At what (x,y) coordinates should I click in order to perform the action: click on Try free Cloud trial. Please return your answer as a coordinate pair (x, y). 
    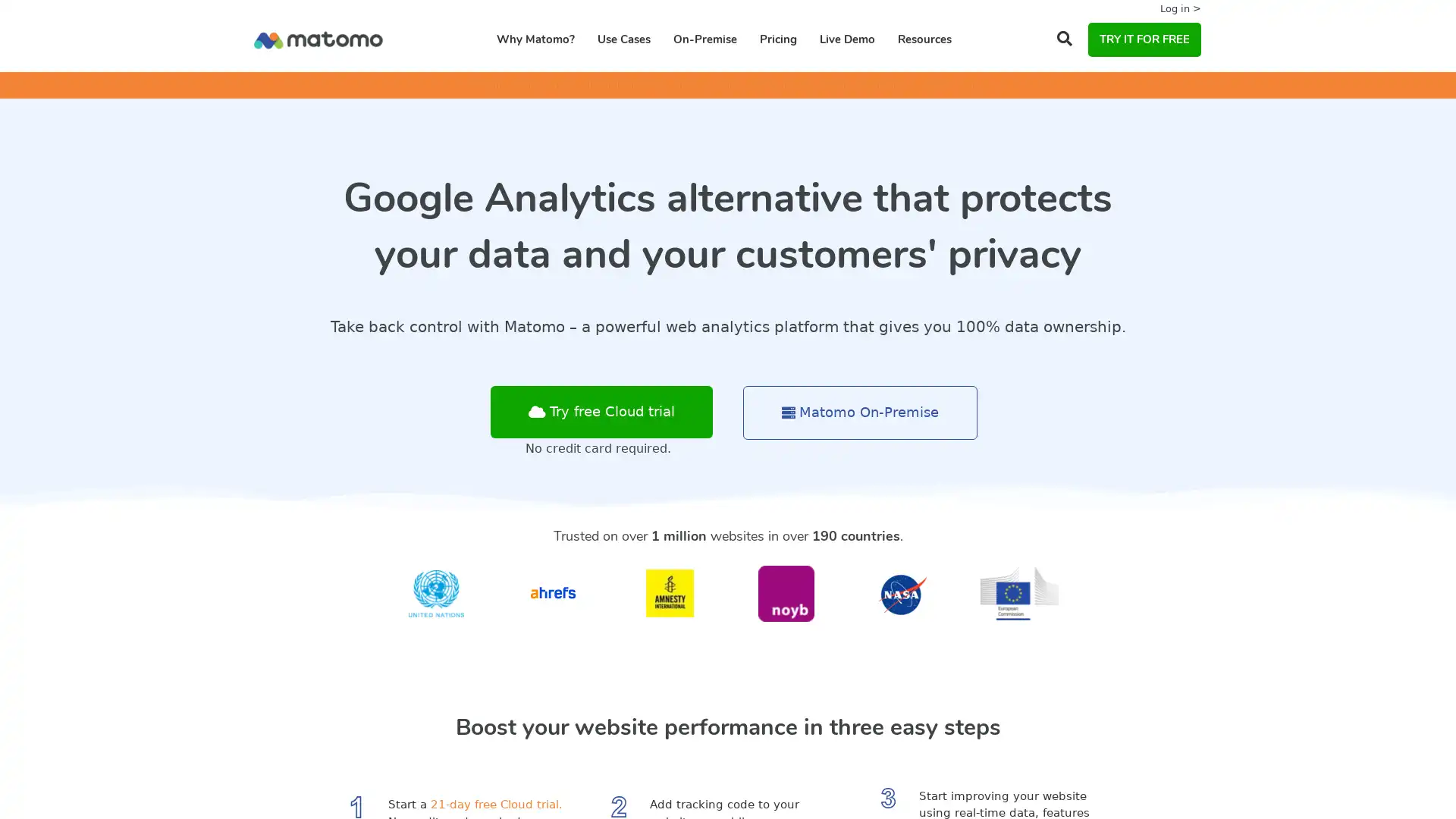
    Looking at the image, I should click on (601, 412).